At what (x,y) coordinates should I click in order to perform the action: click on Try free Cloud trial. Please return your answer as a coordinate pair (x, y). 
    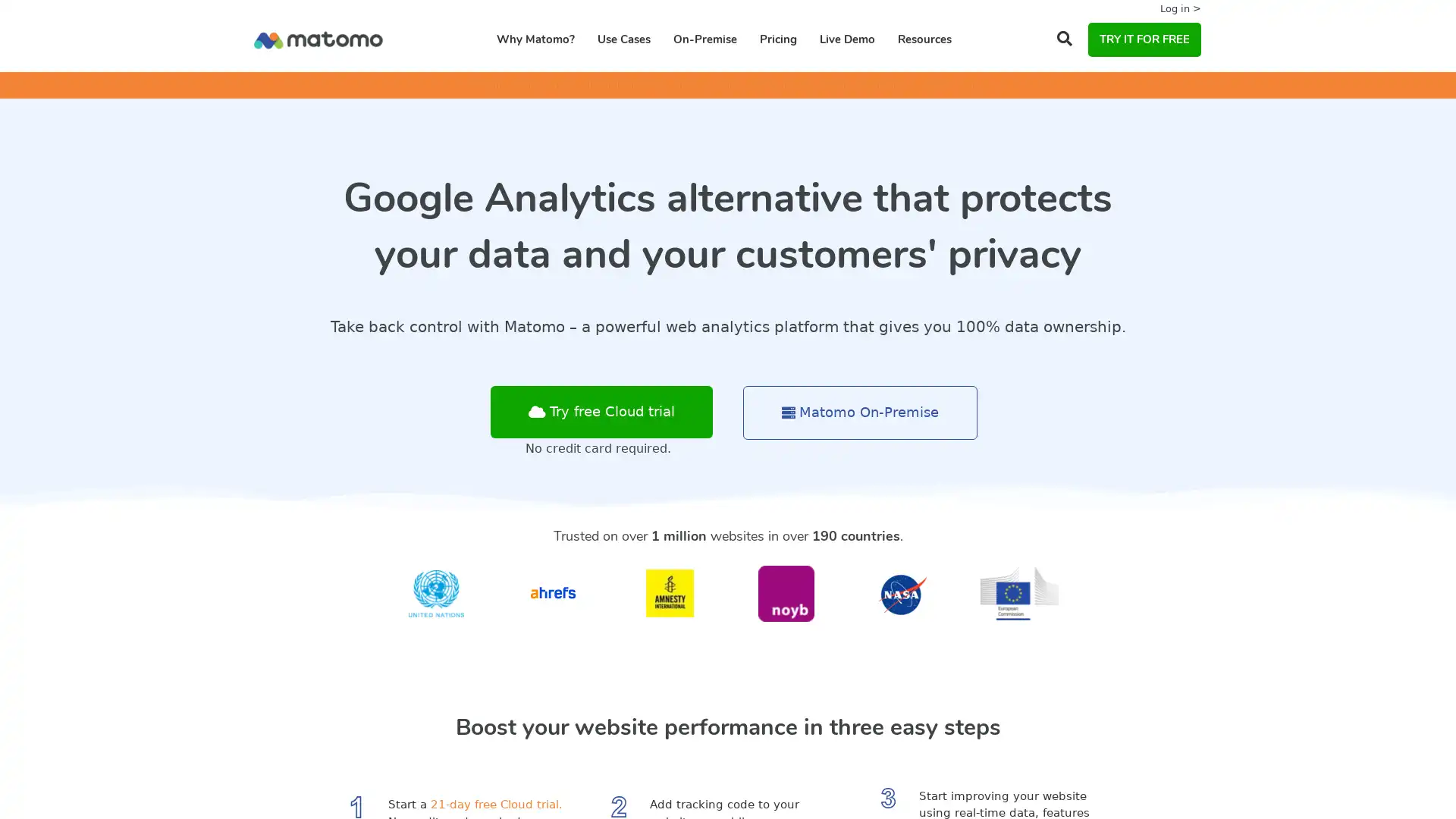
    Looking at the image, I should click on (601, 412).